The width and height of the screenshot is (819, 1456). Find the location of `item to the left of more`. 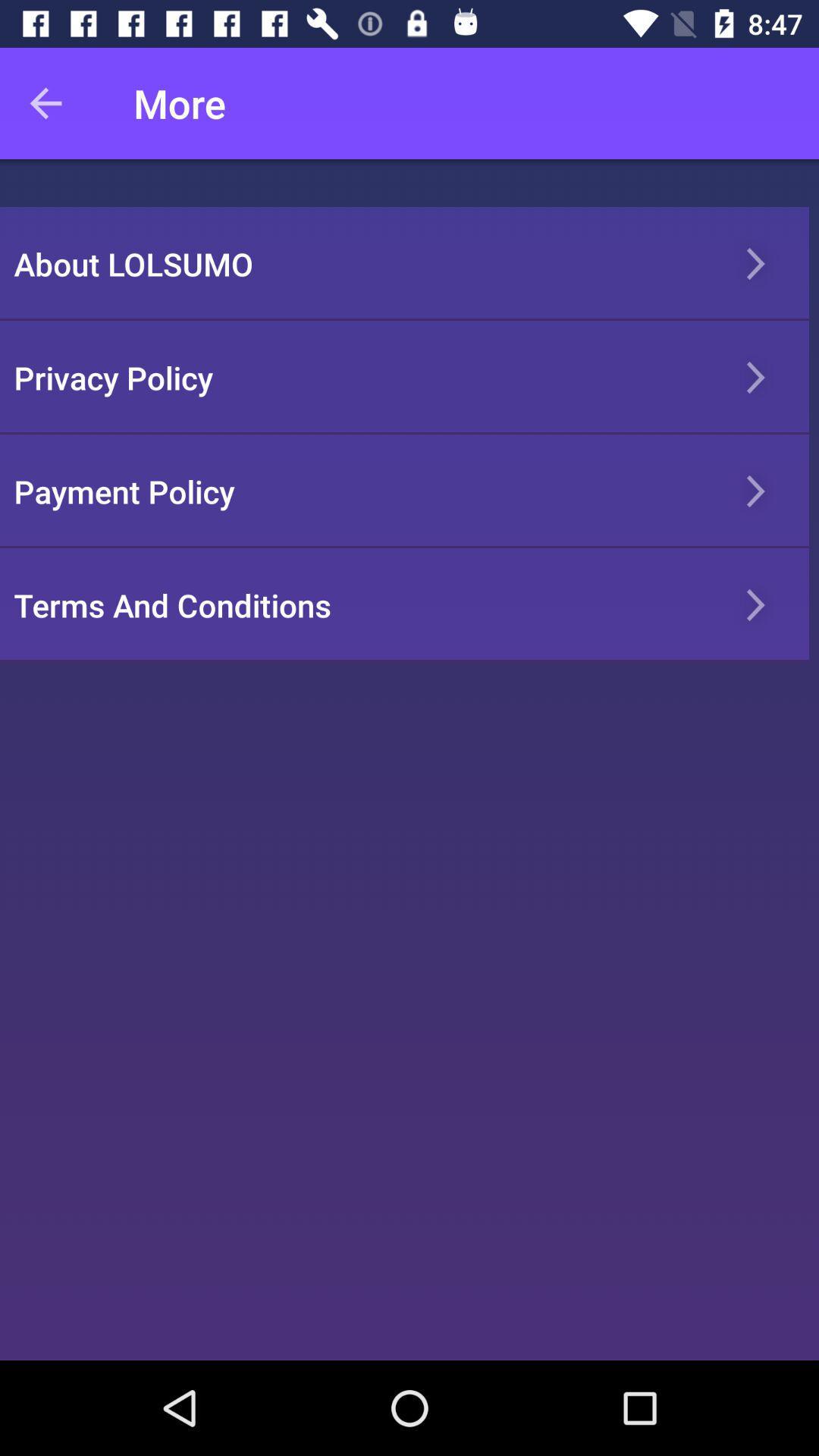

item to the left of more is located at coordinates (55, 102).